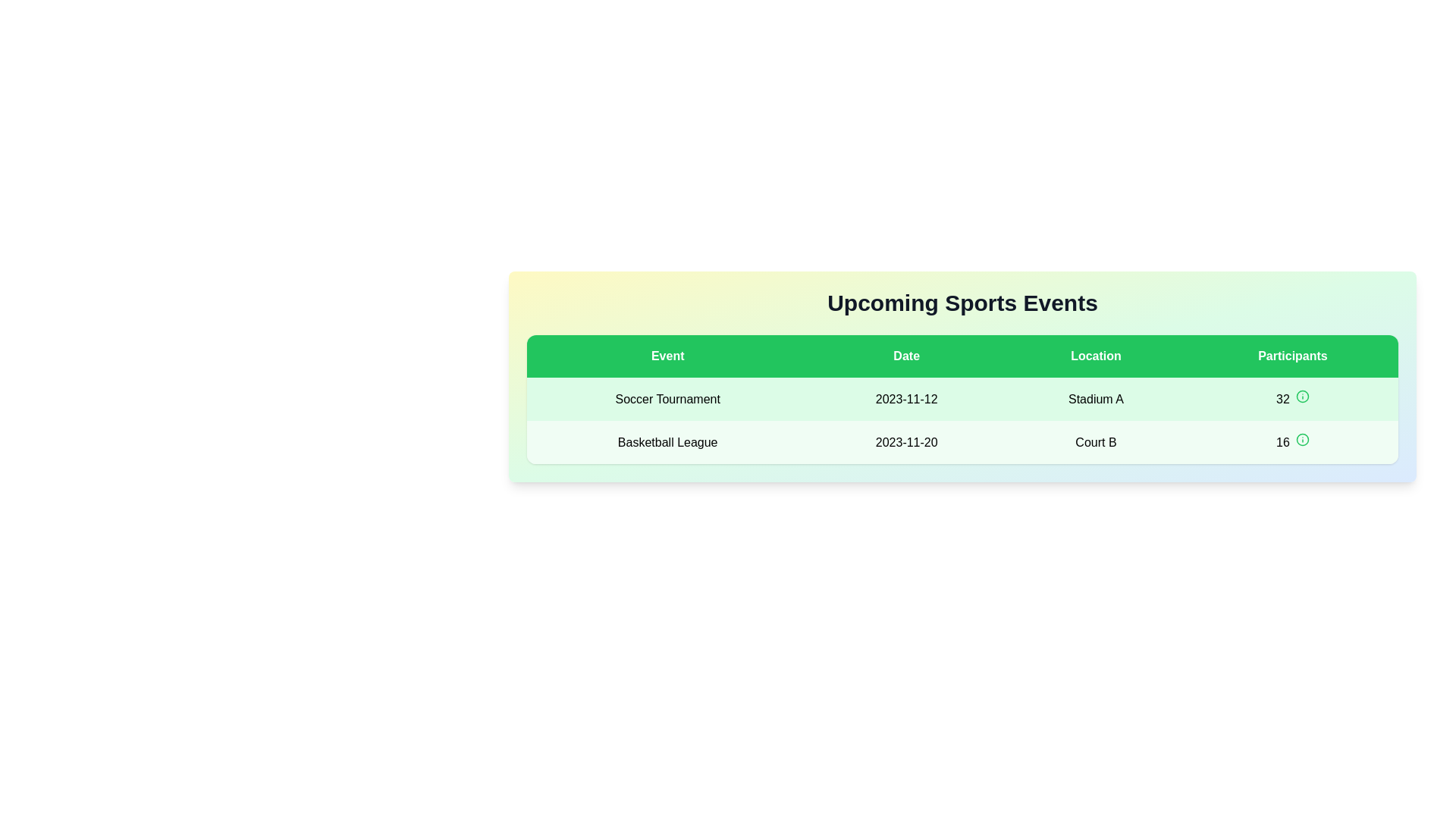 This screenshot has width=1456, height=819. I want to click on the text label displaying the date '2023-11-12' in the second column of the first row of the table, so click(906, 398).